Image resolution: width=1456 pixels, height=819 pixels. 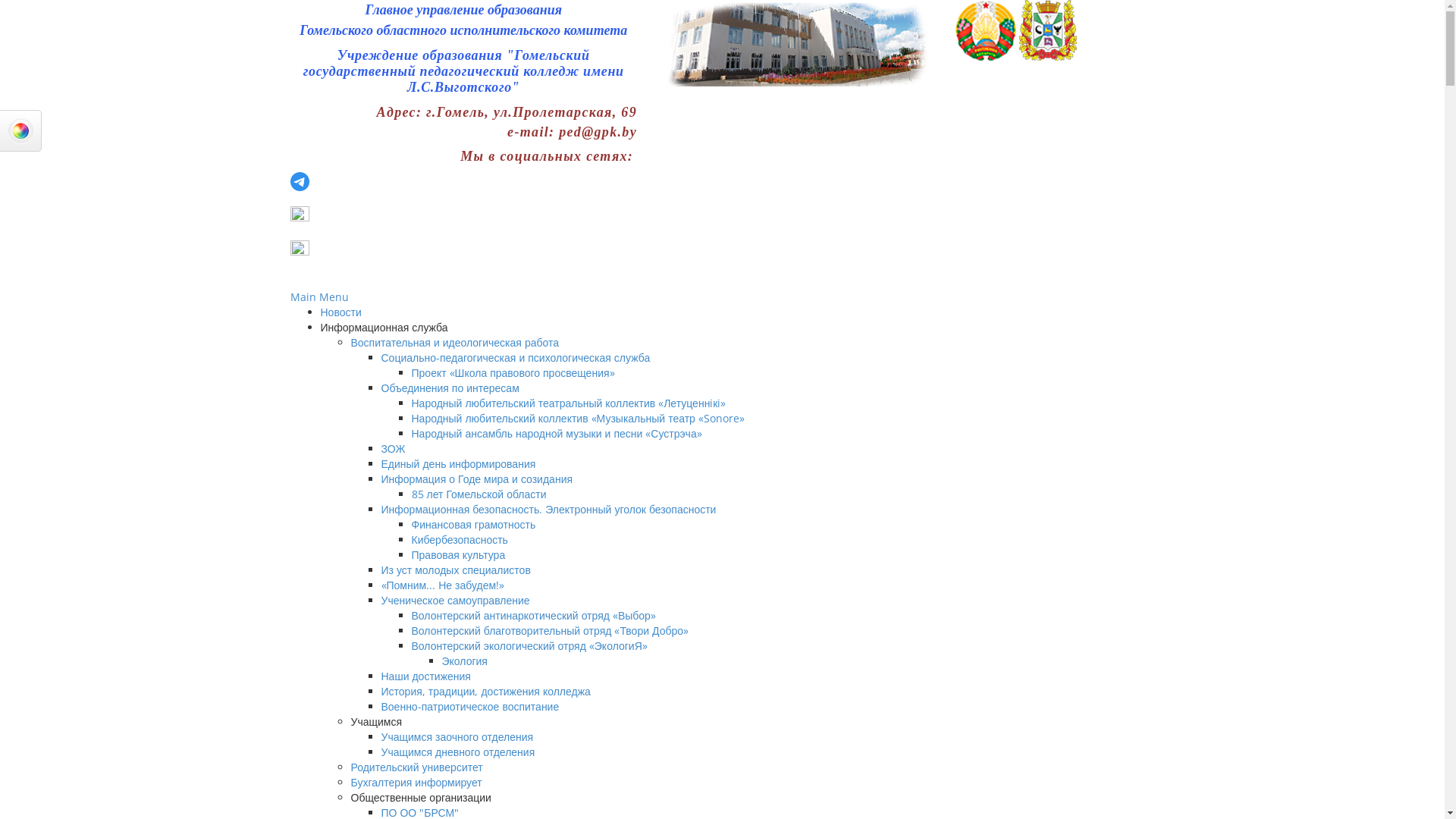 What do you see at coordinates (318, 297) in the screenshot?
I see `'Main Menu'` at bounding box center [318, 297].